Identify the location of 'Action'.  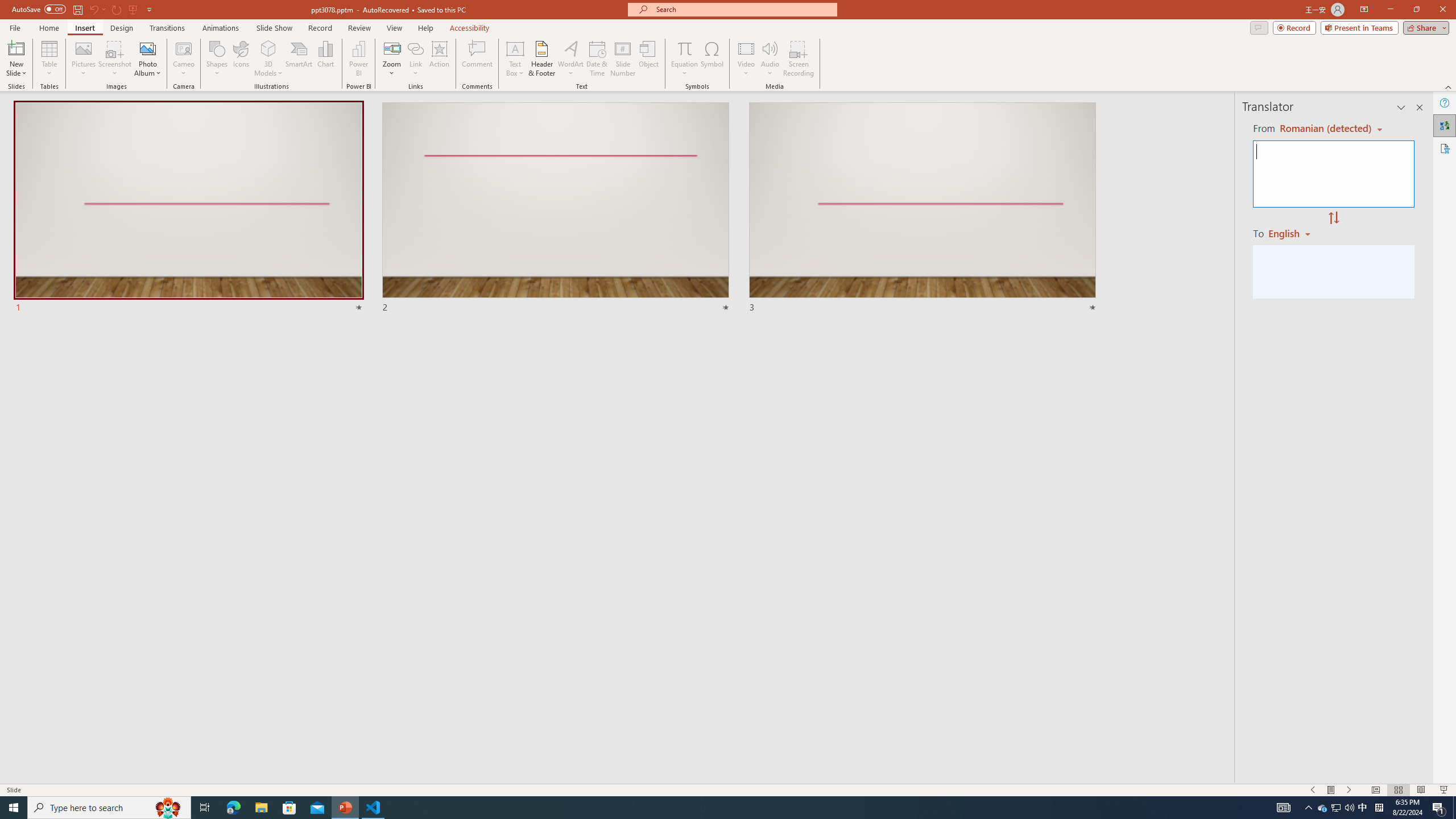
(440, 59).